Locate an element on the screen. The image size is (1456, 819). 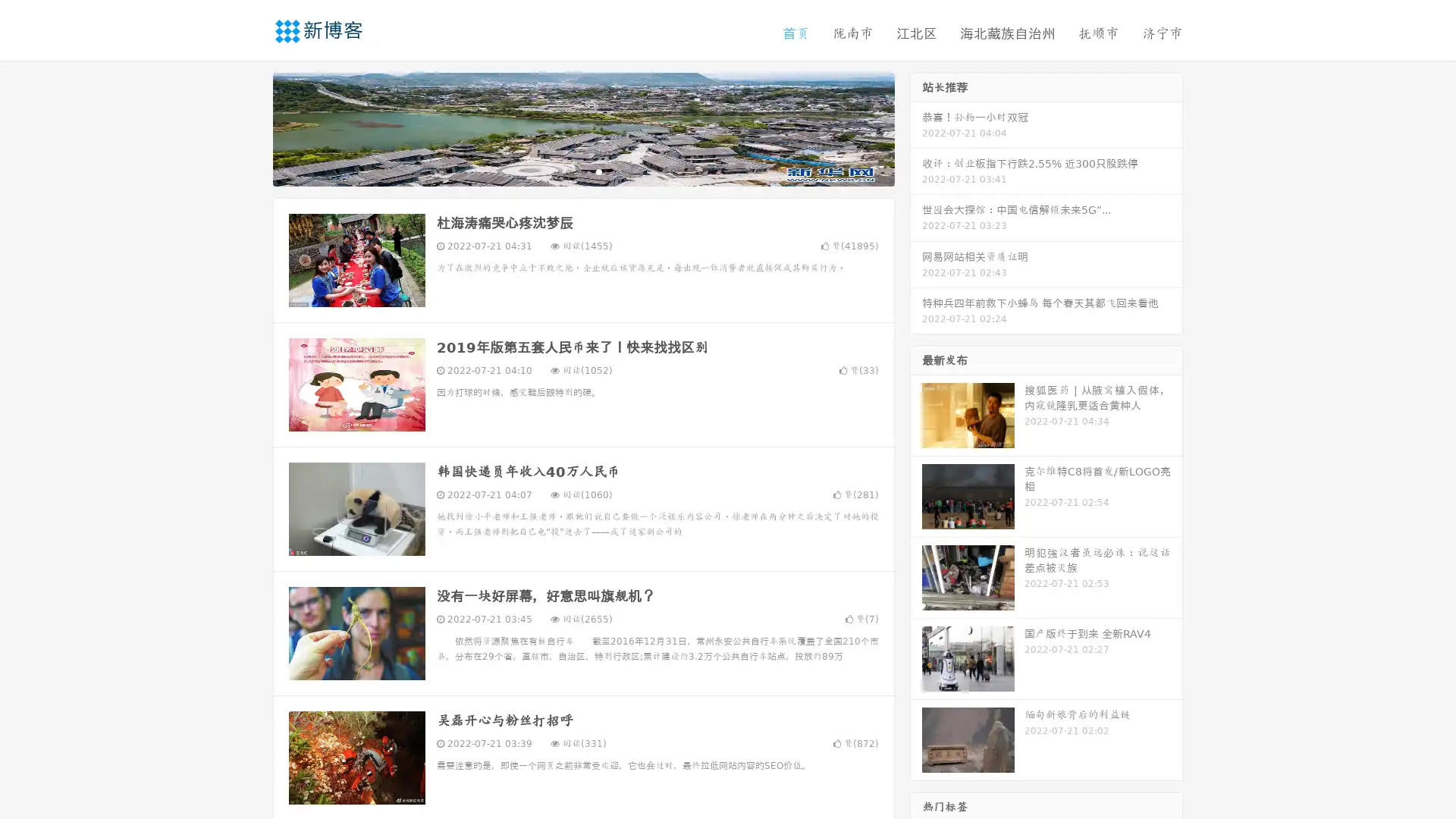
Go to slide 2 is located at coordinates (582, 171).